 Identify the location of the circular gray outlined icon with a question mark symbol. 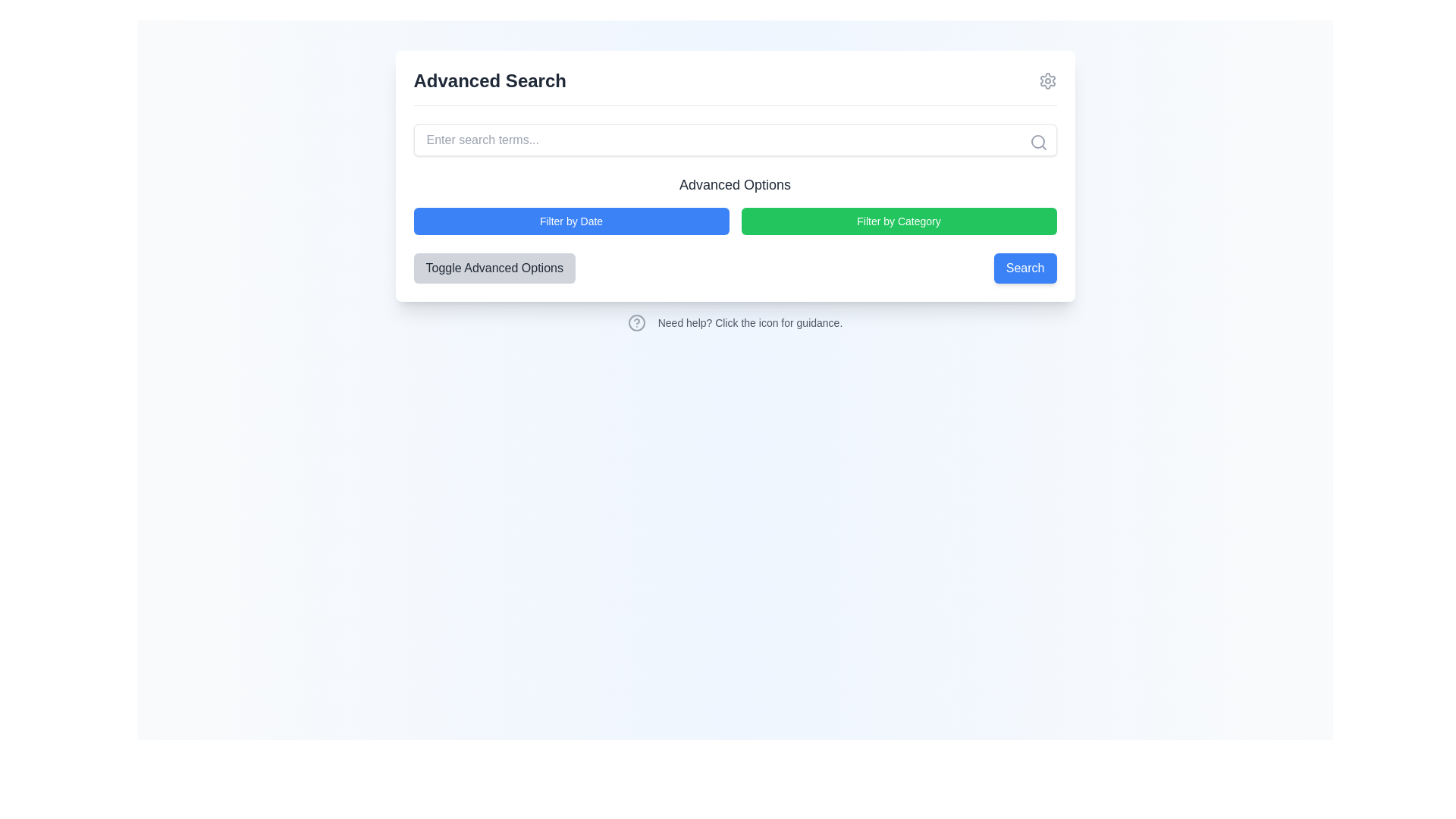
(636, 322).